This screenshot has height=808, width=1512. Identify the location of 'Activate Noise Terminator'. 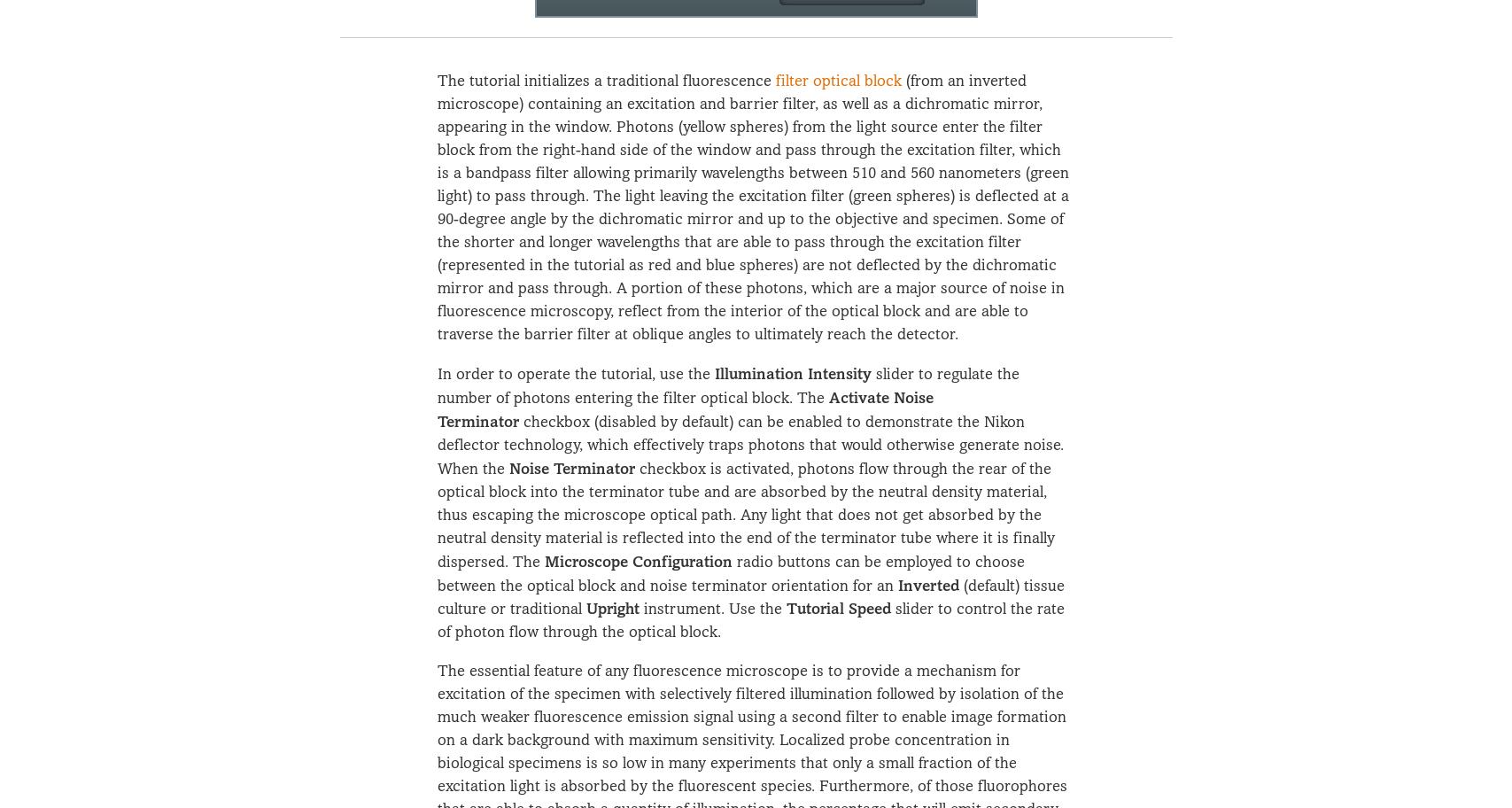
(684, 408).